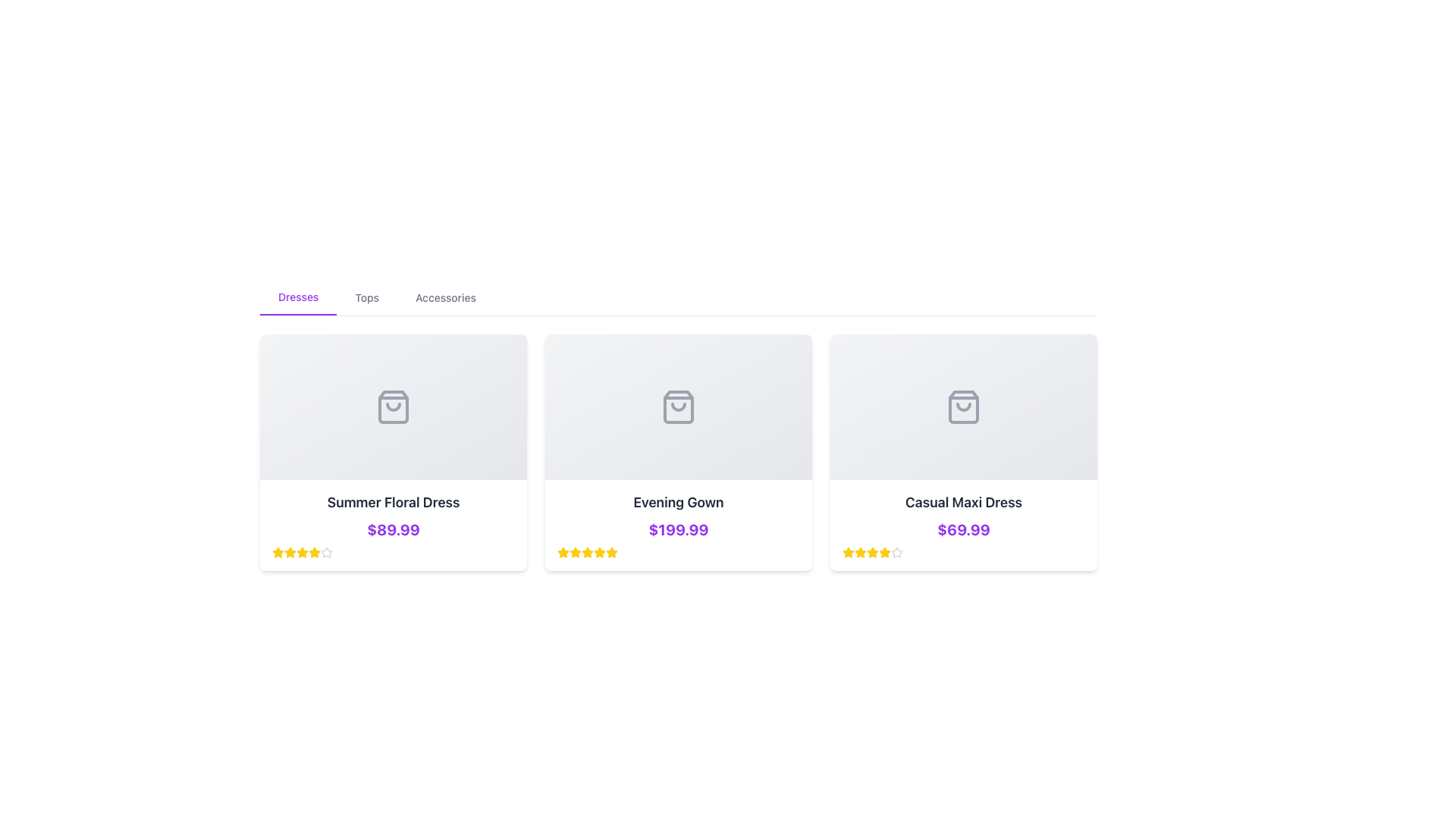 This screenshot has width=1456, height=819. Describe the element at coordinates (298, 298) in the screenshot. I see `the navigation button for filtering products to show only dresses, located in the upper left section of the interface, with 'Tops' immediately to its right` at that location.